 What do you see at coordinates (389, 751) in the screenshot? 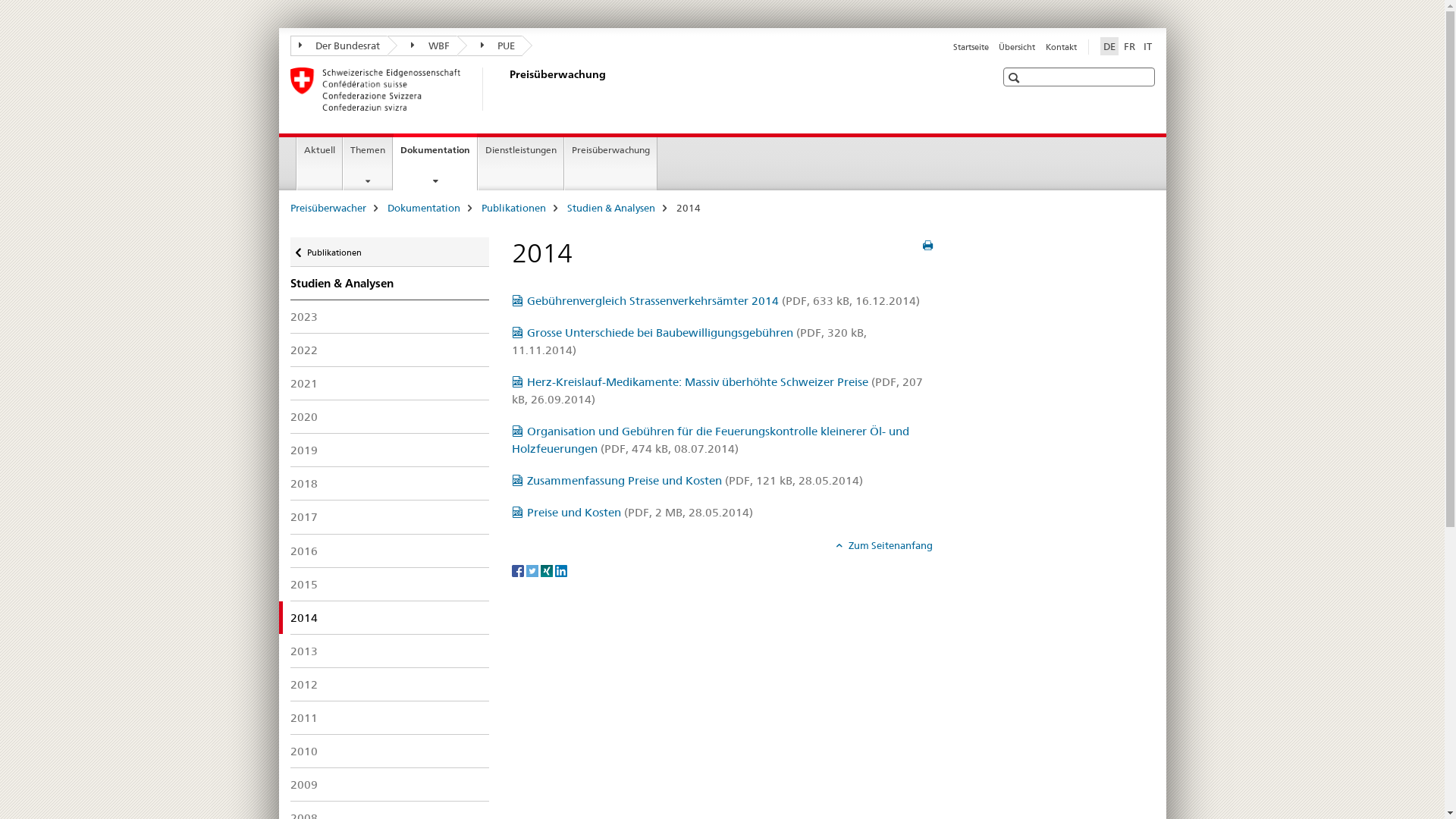
I see `'2010'` at bounding box center [389, 751].